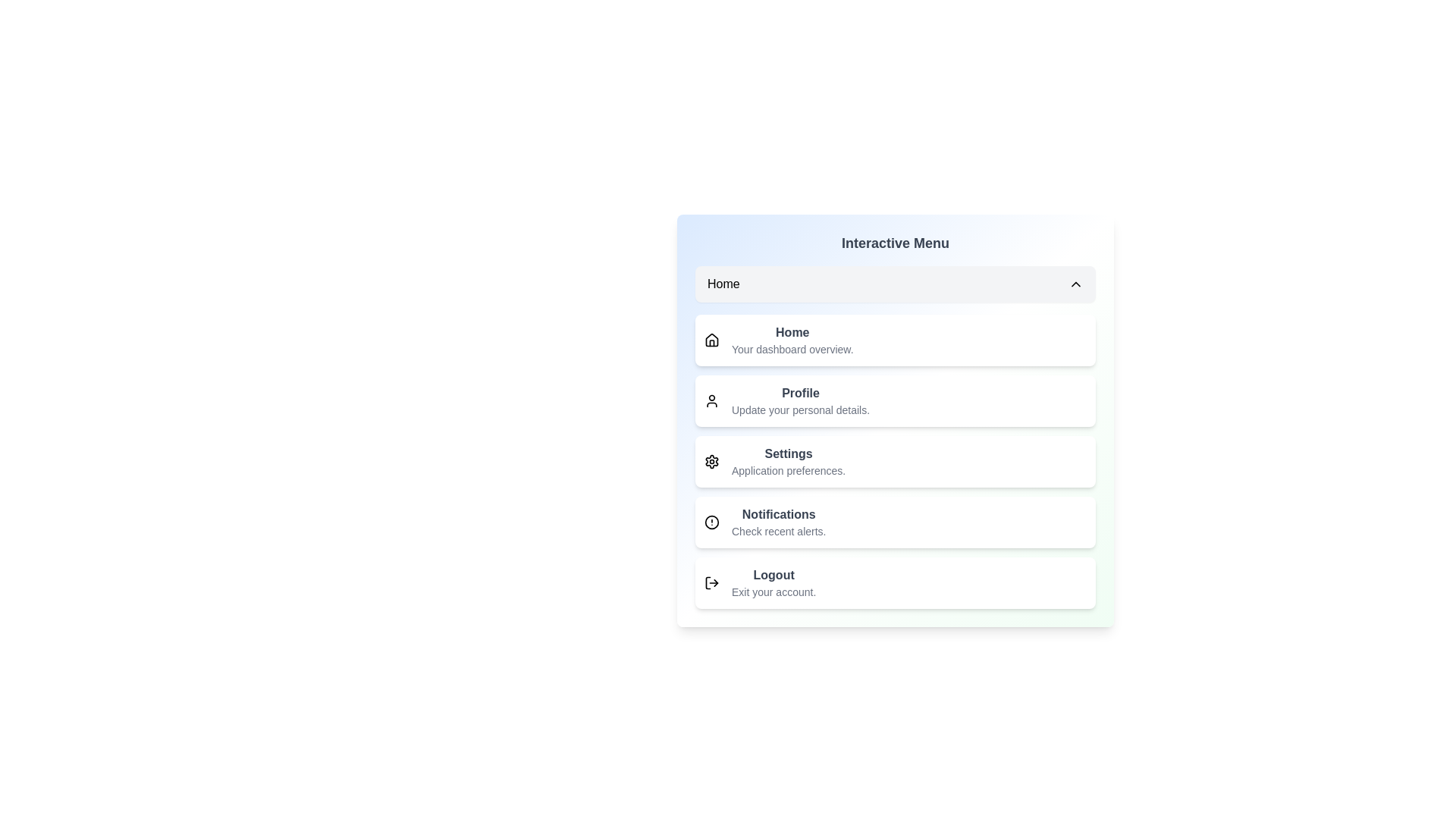 The height and width of the screenshot is (819, 1456). What do you see at coordinates (895, 400) in the screenshot?
I see `the menu item corresponding to Profile` at bounding box center [895, 400].